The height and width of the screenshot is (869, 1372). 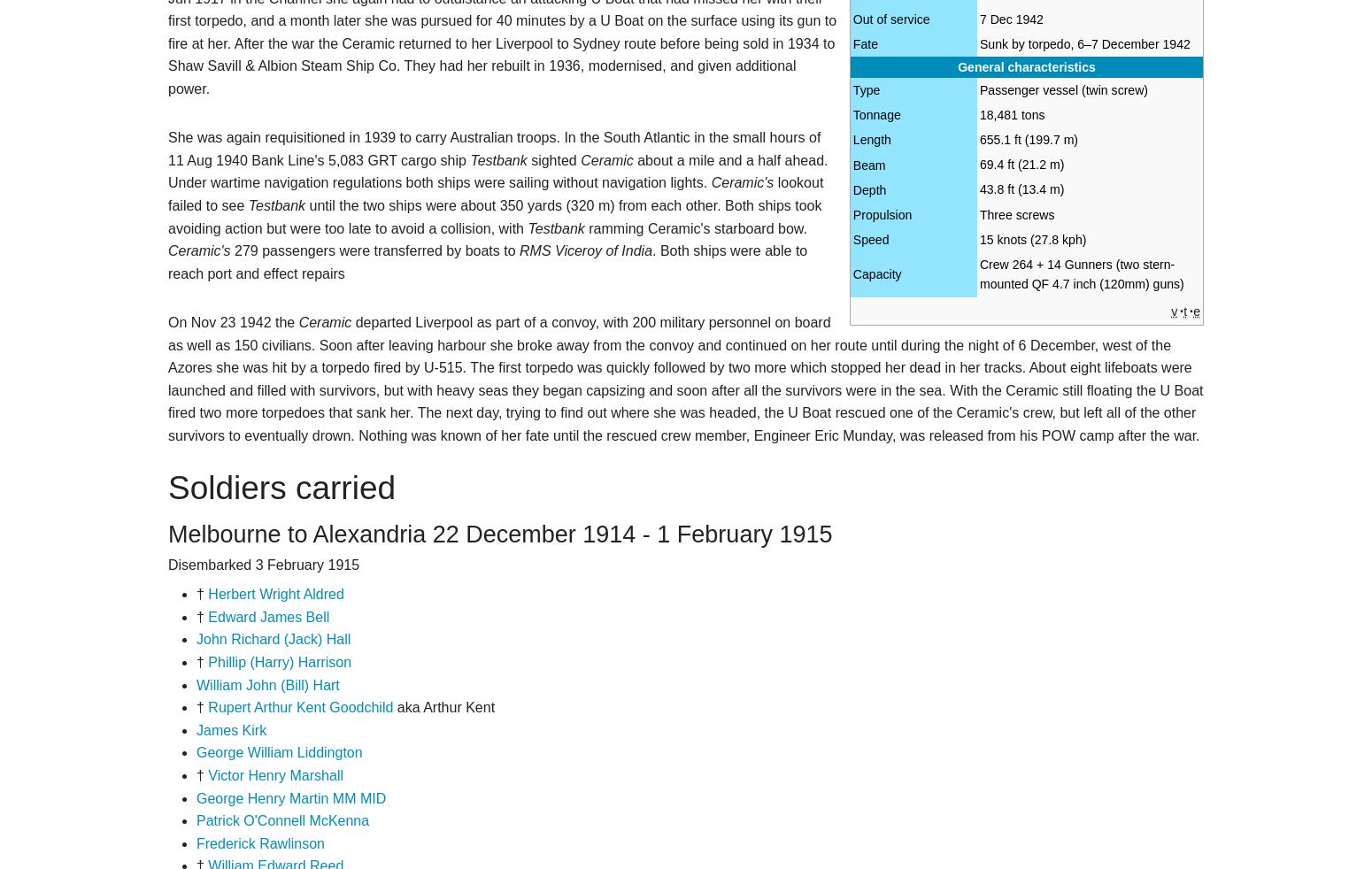 I want to click on 'Three screws', so click(x=977, y=212).